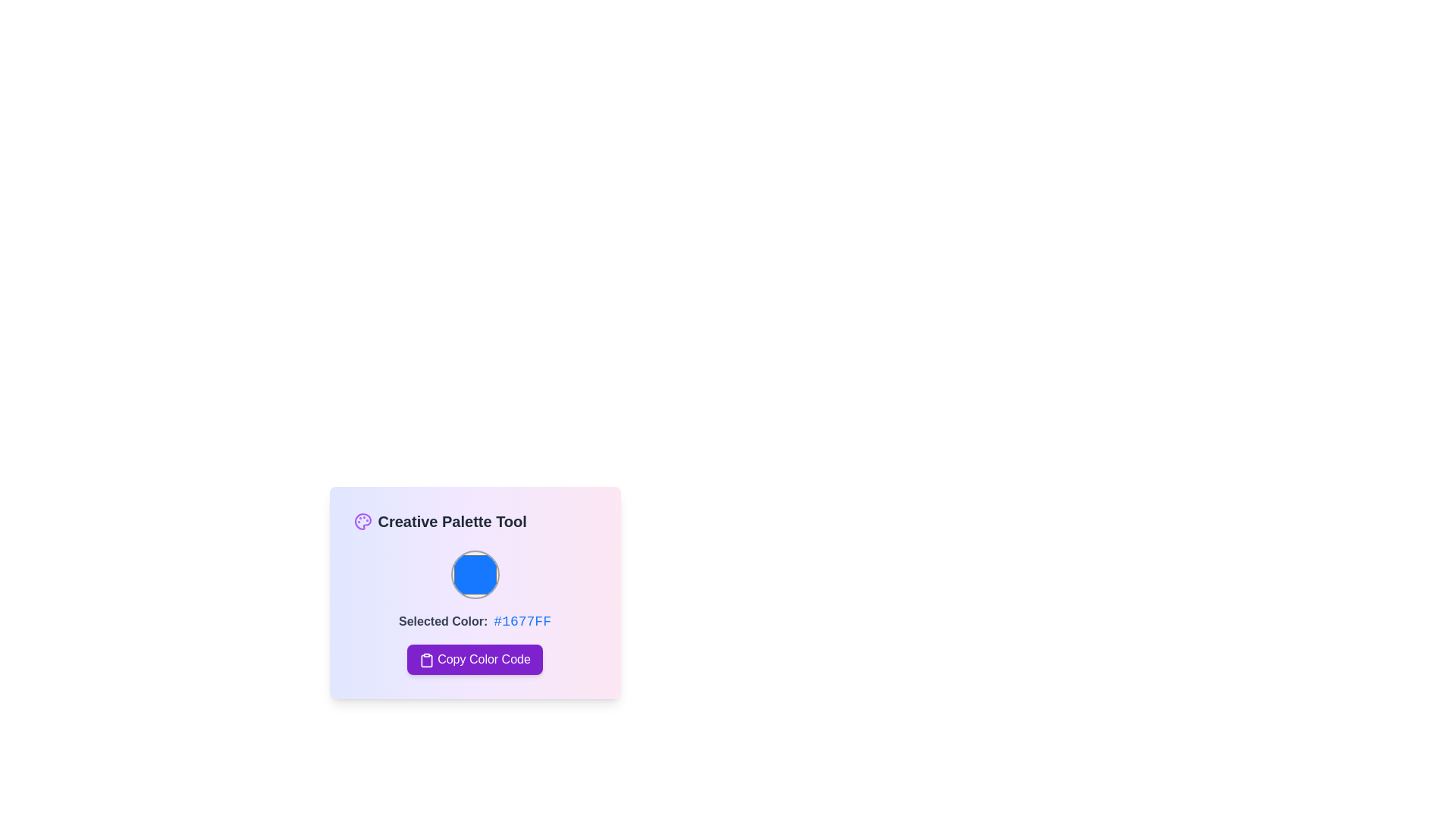 The height and width of the screenshot is (819, 1456). Describe the element at coordinates (474, 575) in the screenshot. I see `the bright blue circular color selection indicator element with a gray border that is highlighted for interactivity` at that location.